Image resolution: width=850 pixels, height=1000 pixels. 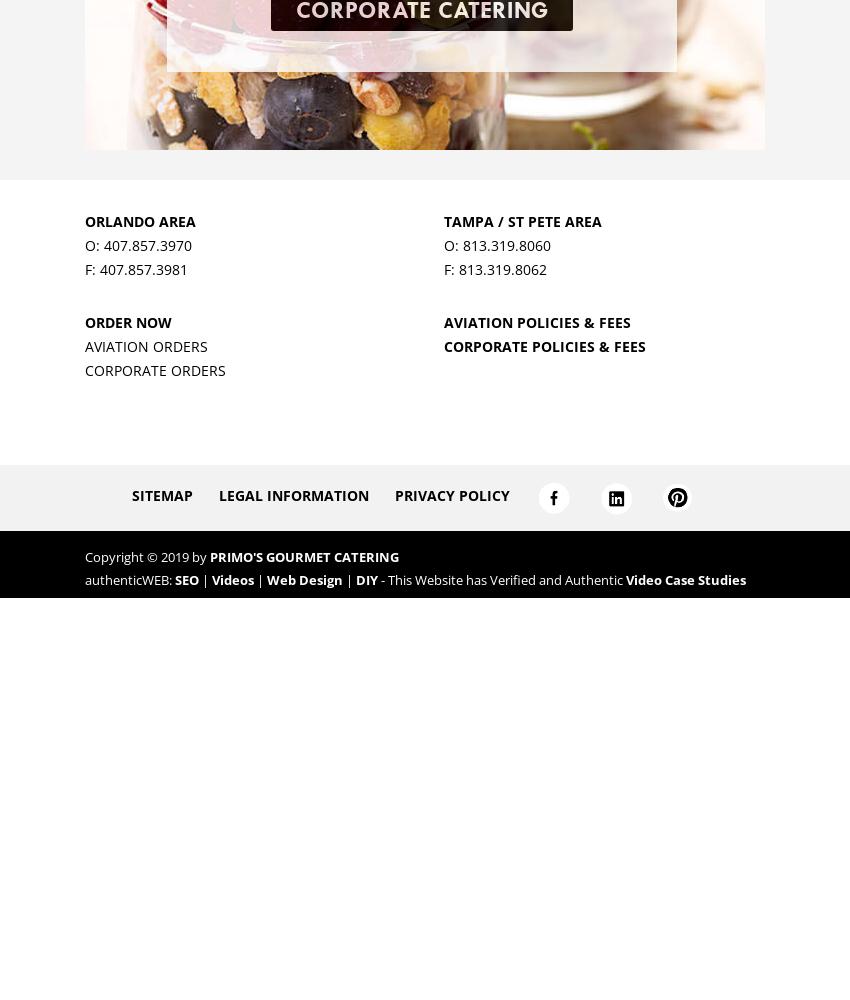 I want to click on 'O: 813.319.8060', so click(x=496, y=243).